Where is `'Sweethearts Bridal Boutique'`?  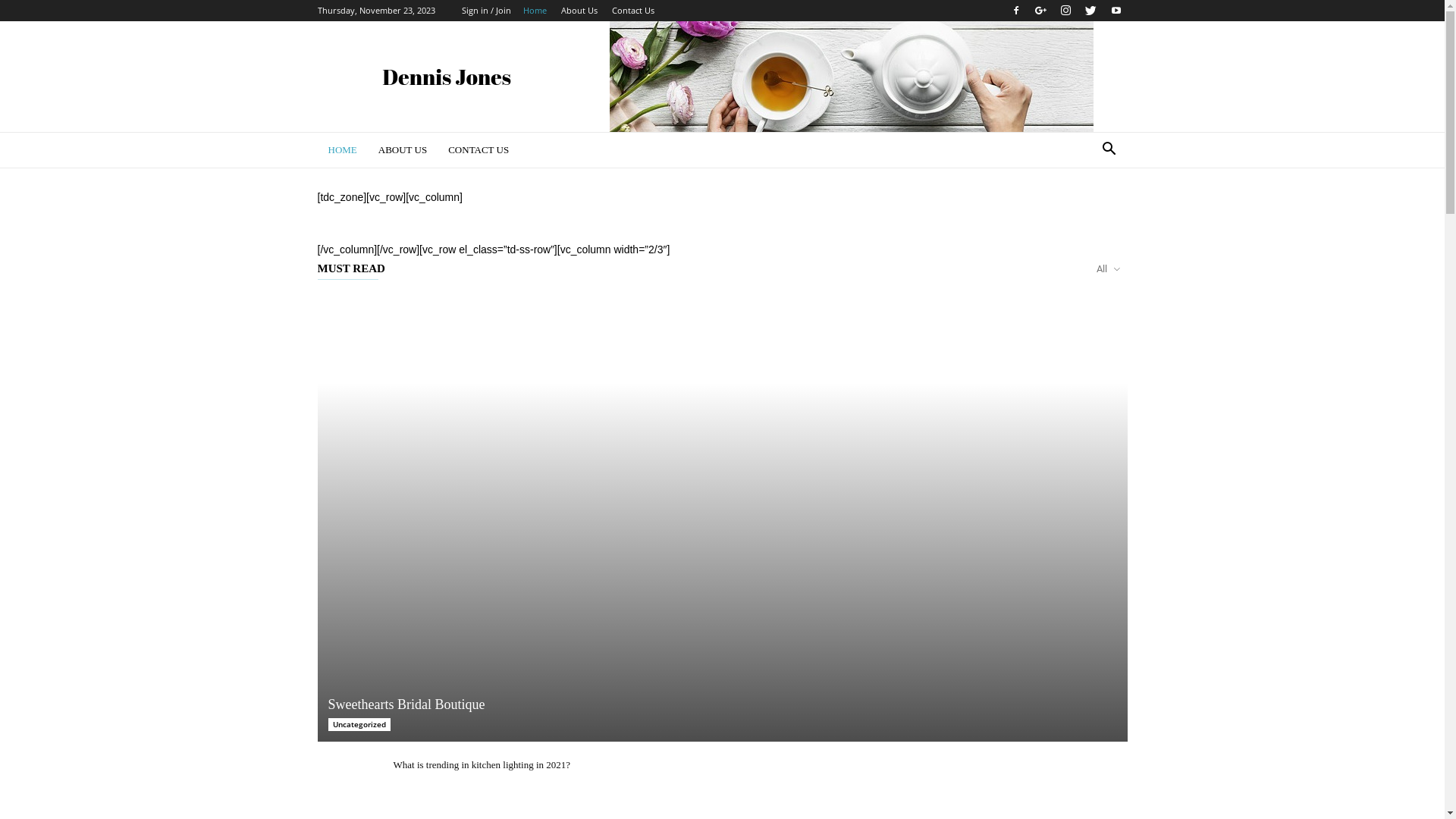 'Sweethearts Bridal Boutique' is located at coordinates (720, 516).